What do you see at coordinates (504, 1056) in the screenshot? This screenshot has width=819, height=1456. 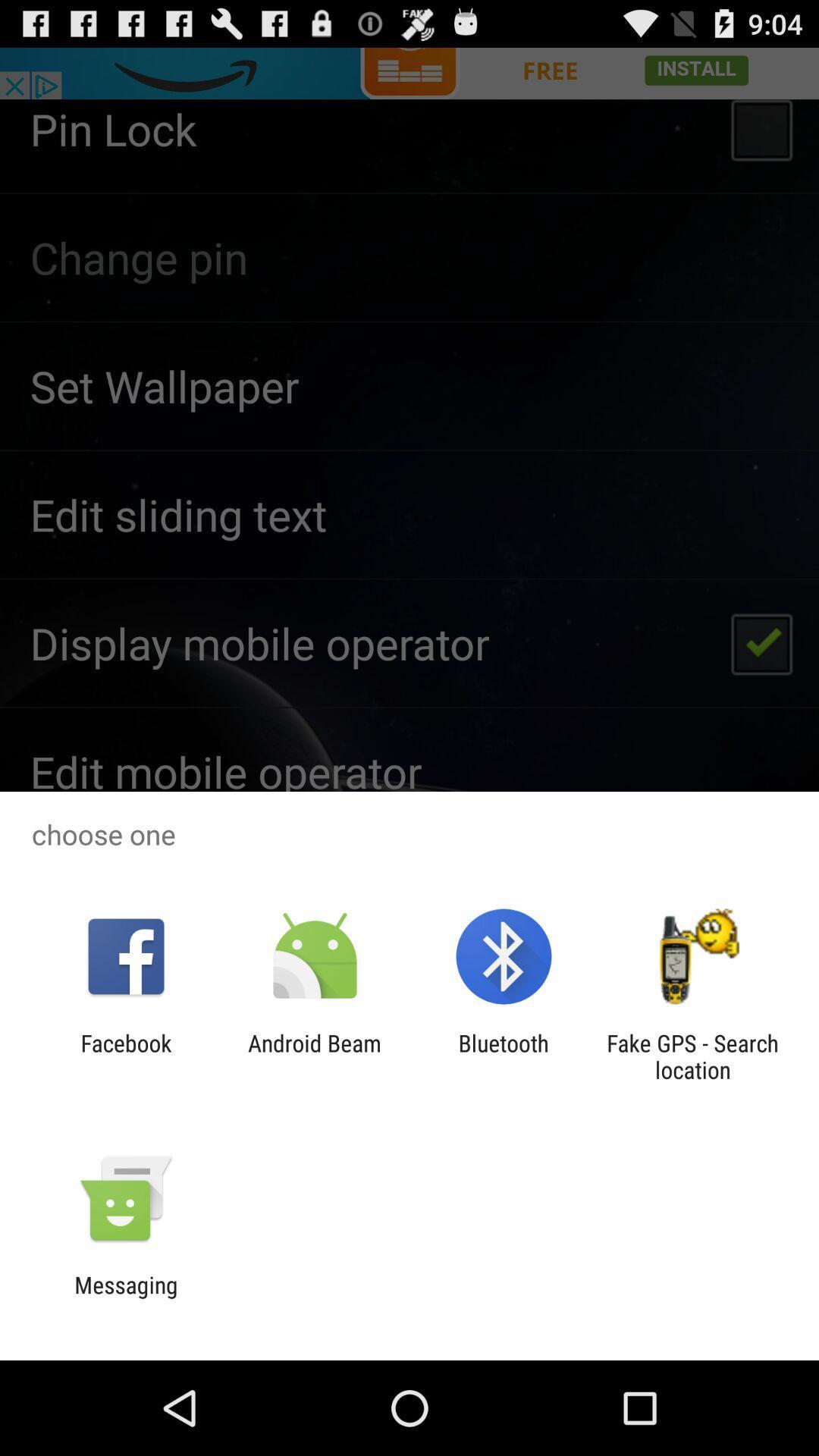 I see `the bluetooth` at bounding box center [504, 1056].